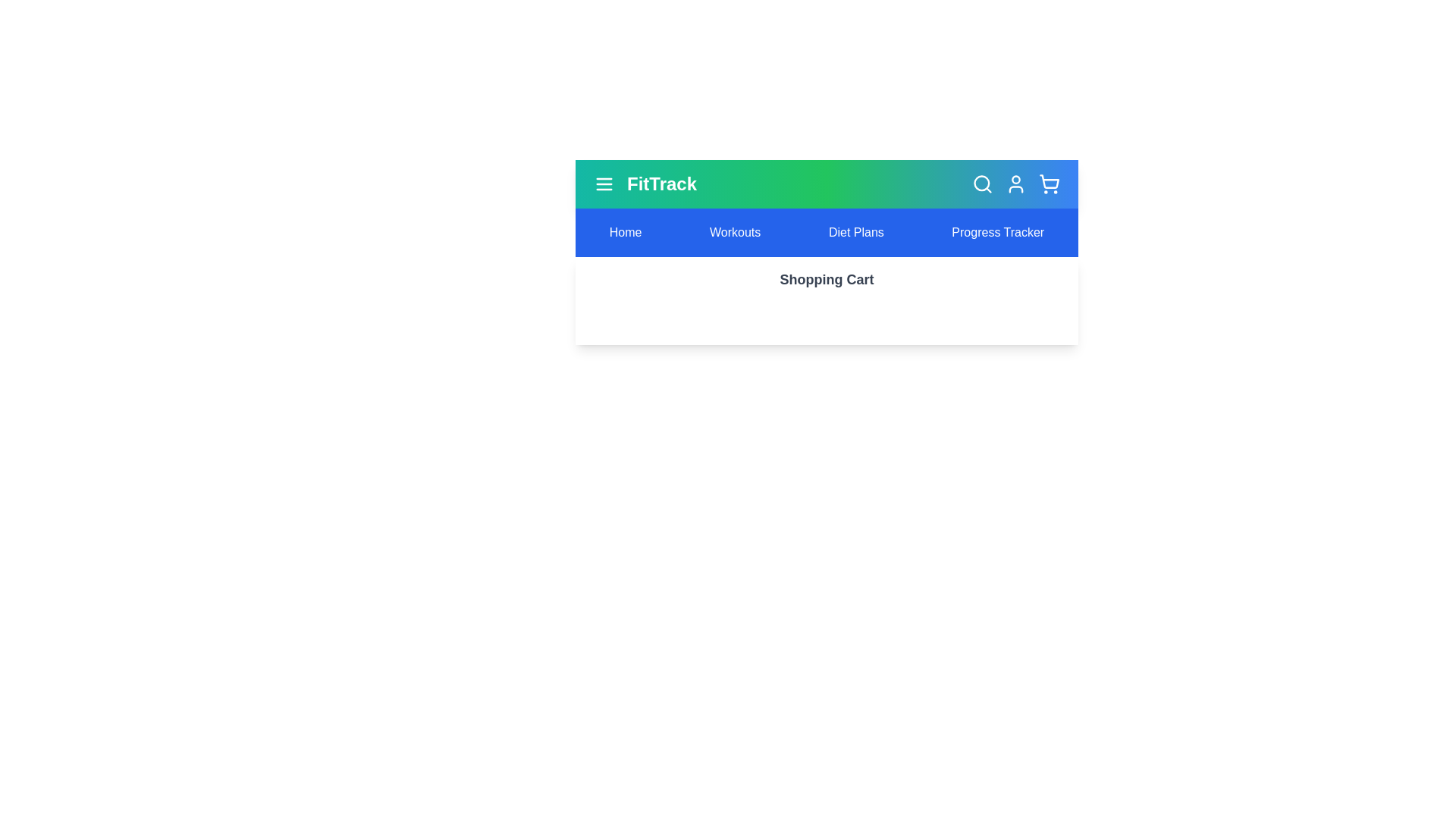 The width and height of the screenshot is (1456, 819). I want to click on menu button to toggle the menu open or close, so click(603, 184).